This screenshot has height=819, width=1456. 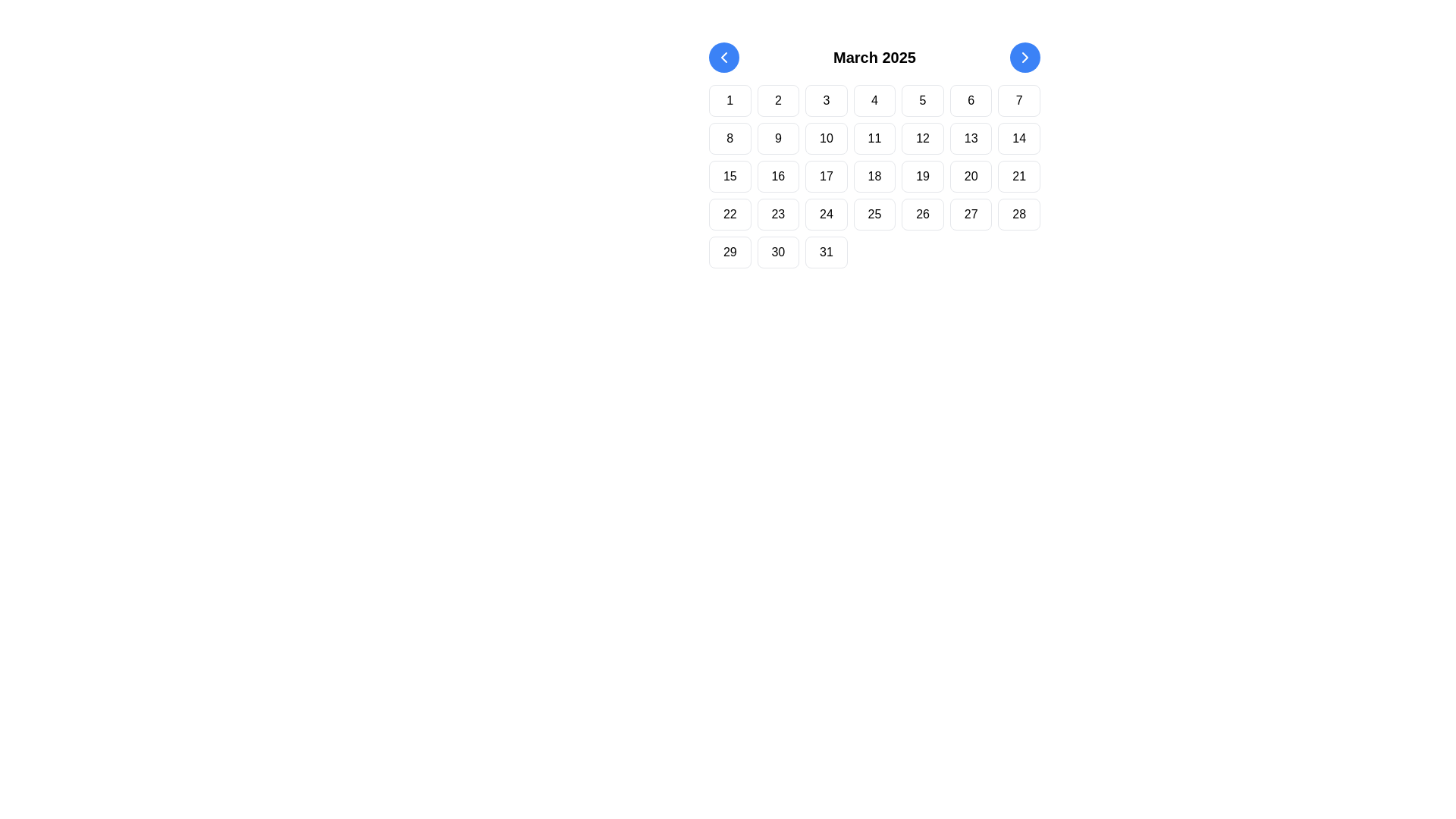 What do you see at coordinates (825, 251) in the screenshot?
I see `the calendar date button representing '31'` at bounding box center [825, 251].